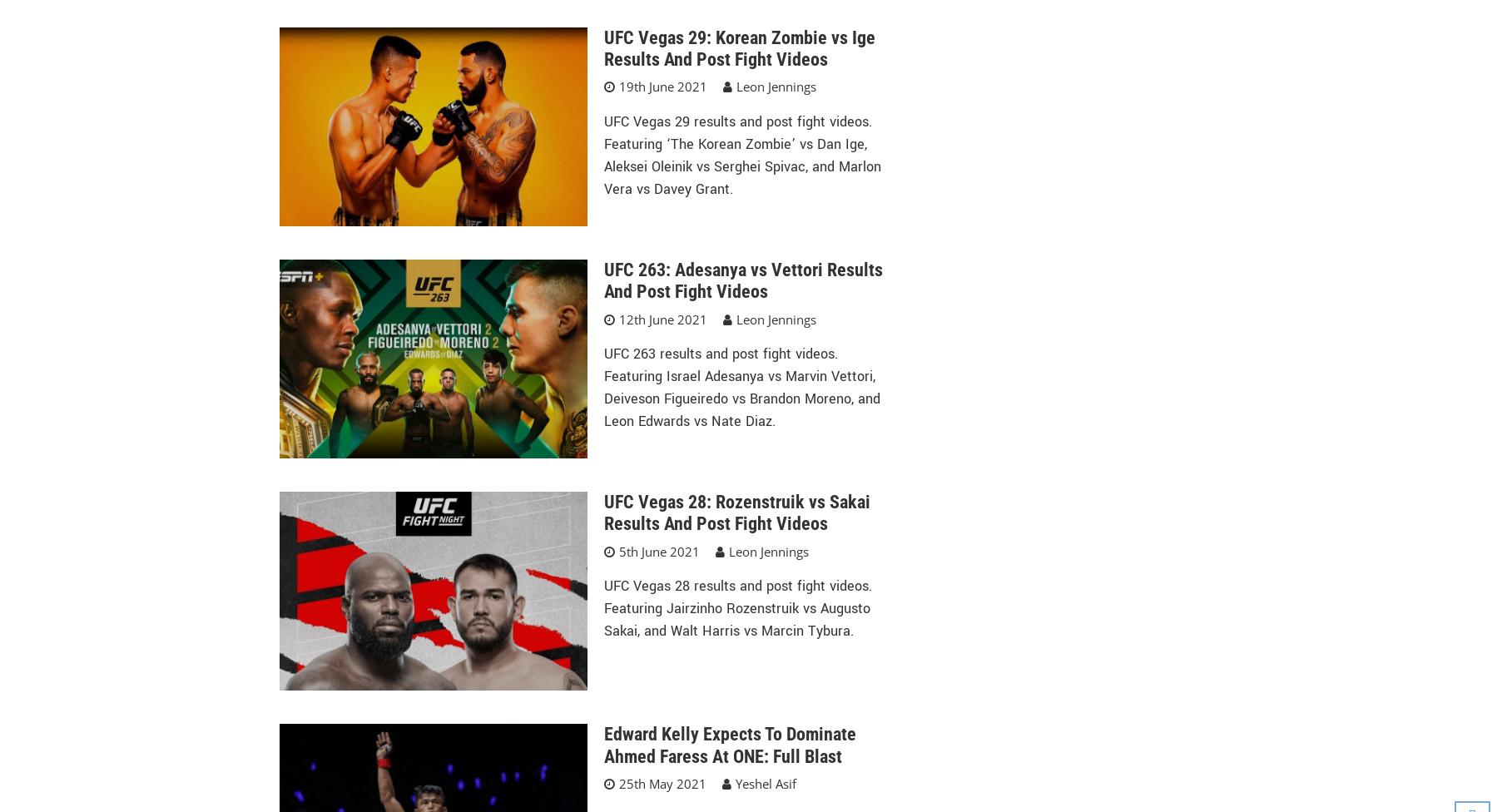  I want to click on 'UFC Vegas 28 results and post fight videos. Featuring Jairzinho Rozenstruik vs Augusto Sakai, and Walt Harris vs Marcin Tybura.', so click(736, 607).